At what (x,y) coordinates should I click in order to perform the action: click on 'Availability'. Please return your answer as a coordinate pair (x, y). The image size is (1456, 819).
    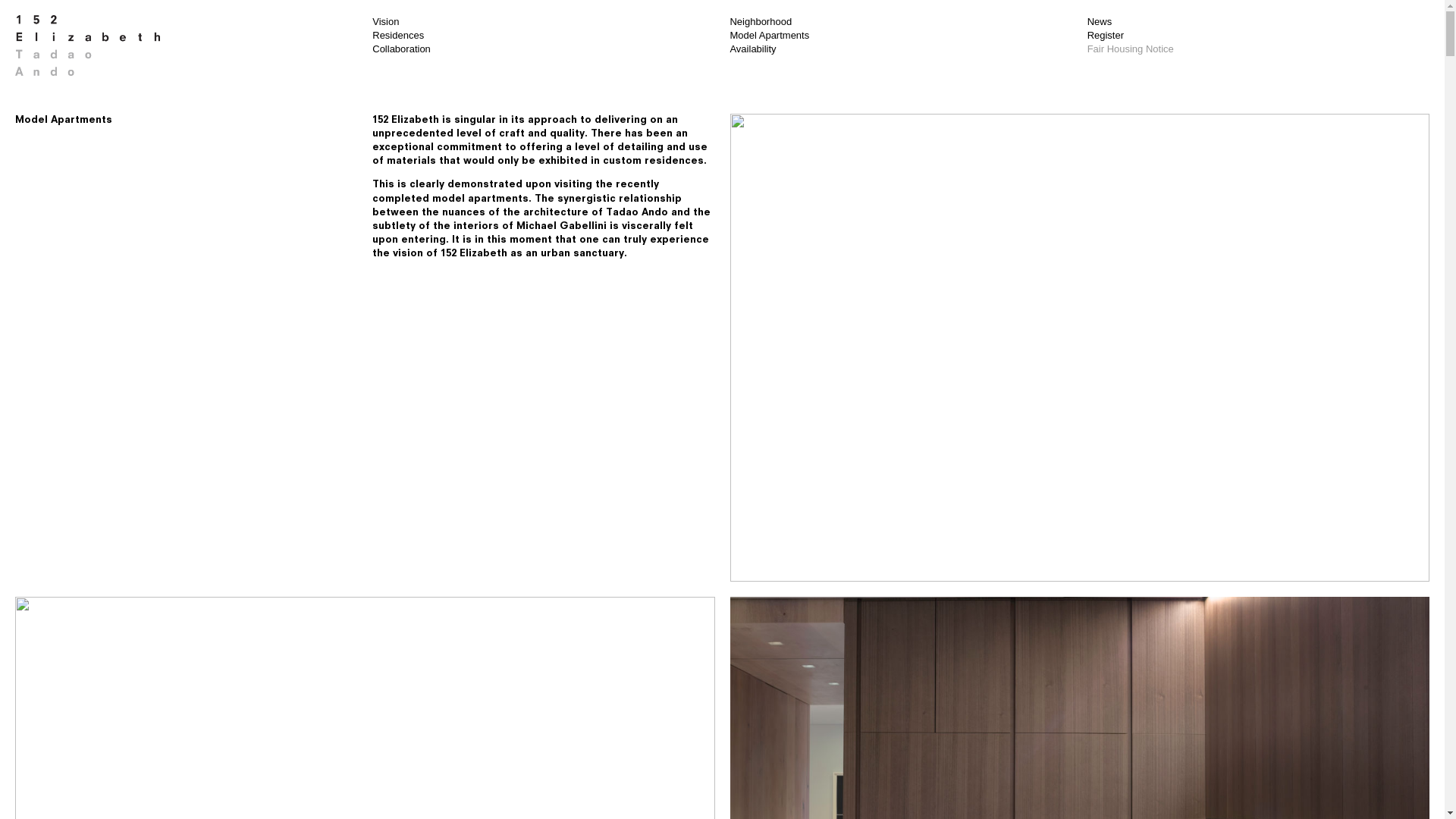
    Looking at the image, I should click on (729, 48).